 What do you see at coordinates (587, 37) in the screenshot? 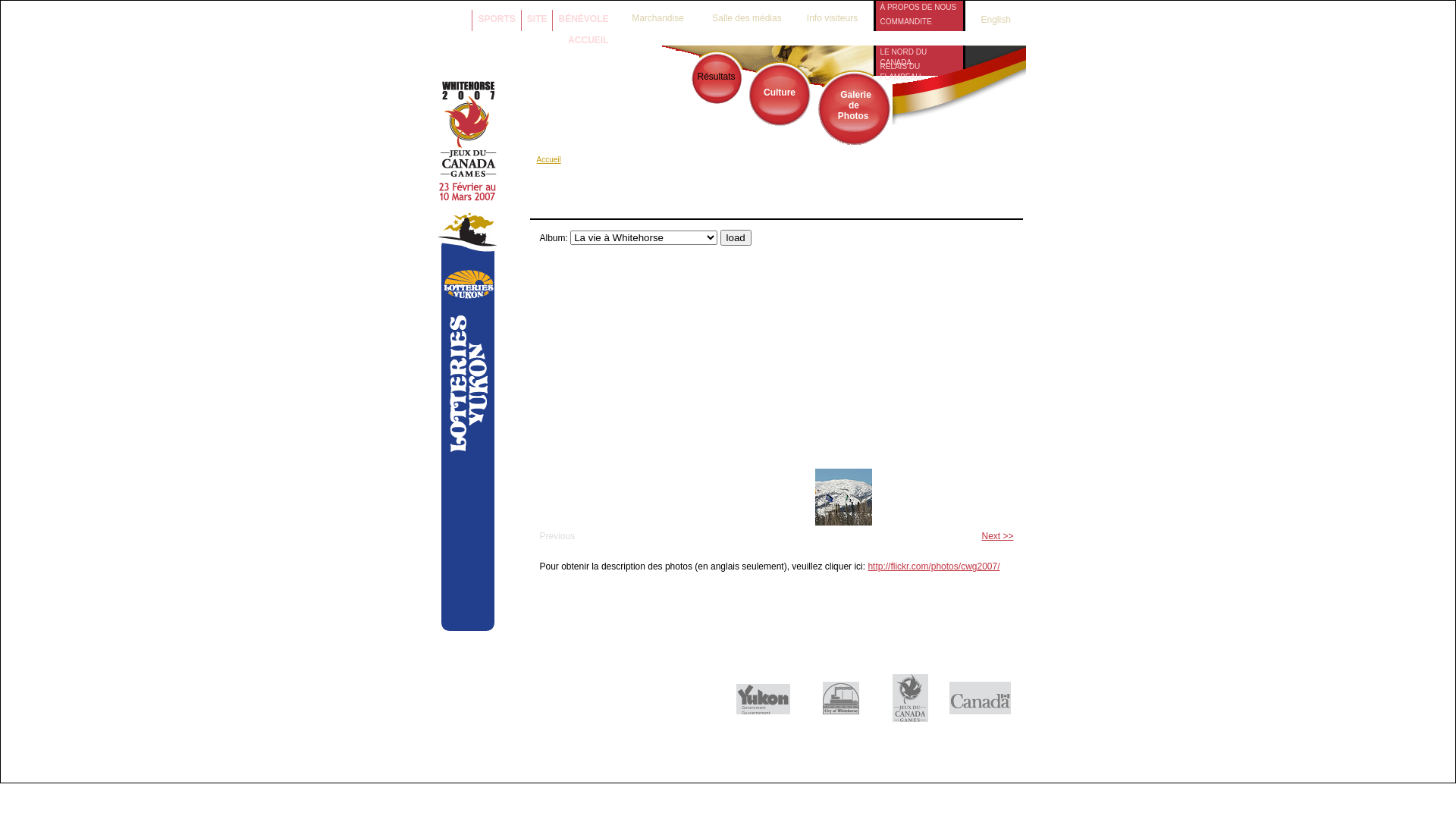
I see `'ACCUEIL'` at bounding box center [587, 37].